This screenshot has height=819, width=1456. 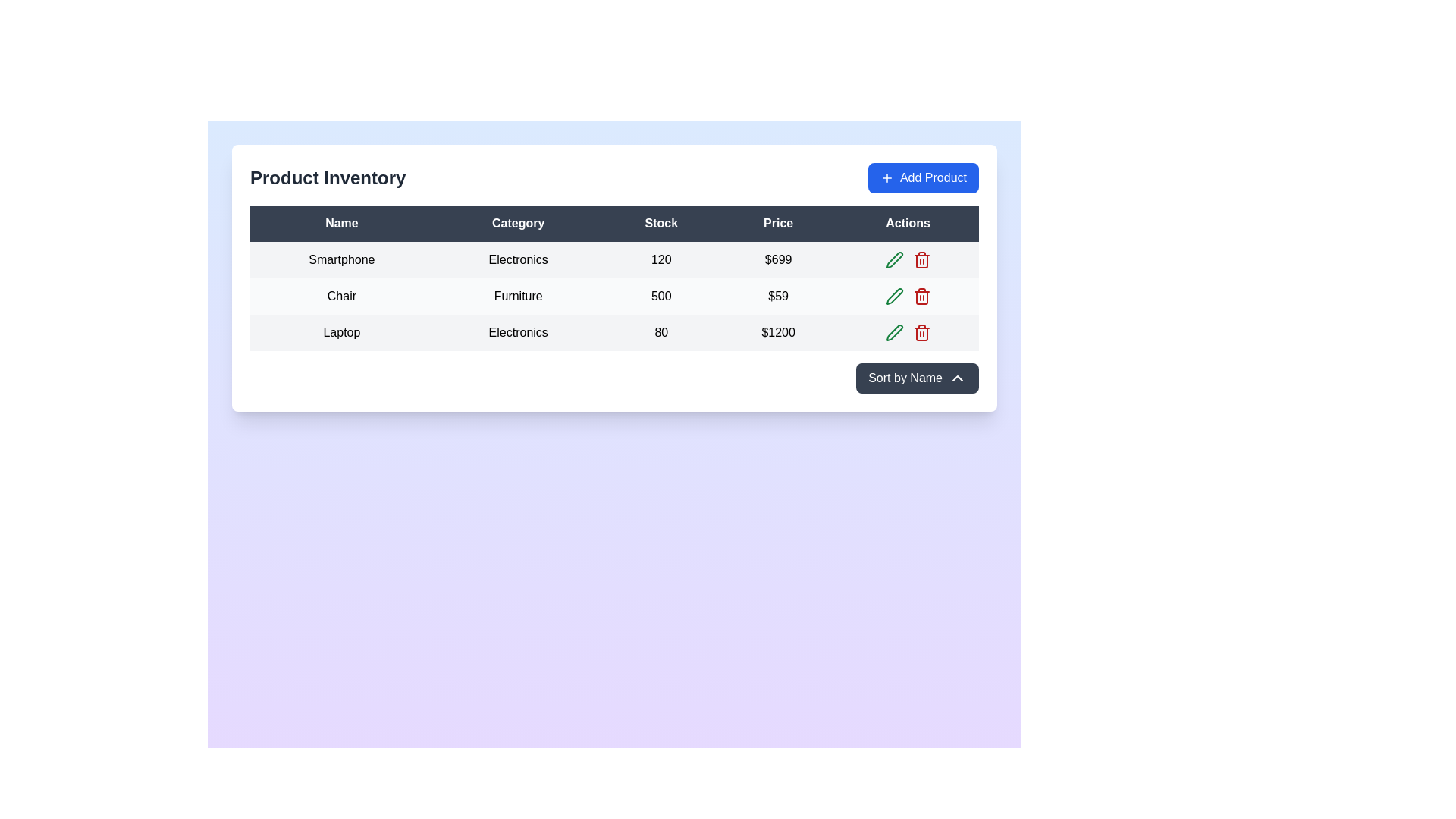 I want to click on the green pencil icon in the 'Actions' column of the 'Smartphone' row to enter edit mode, so click(x=894, y=259).